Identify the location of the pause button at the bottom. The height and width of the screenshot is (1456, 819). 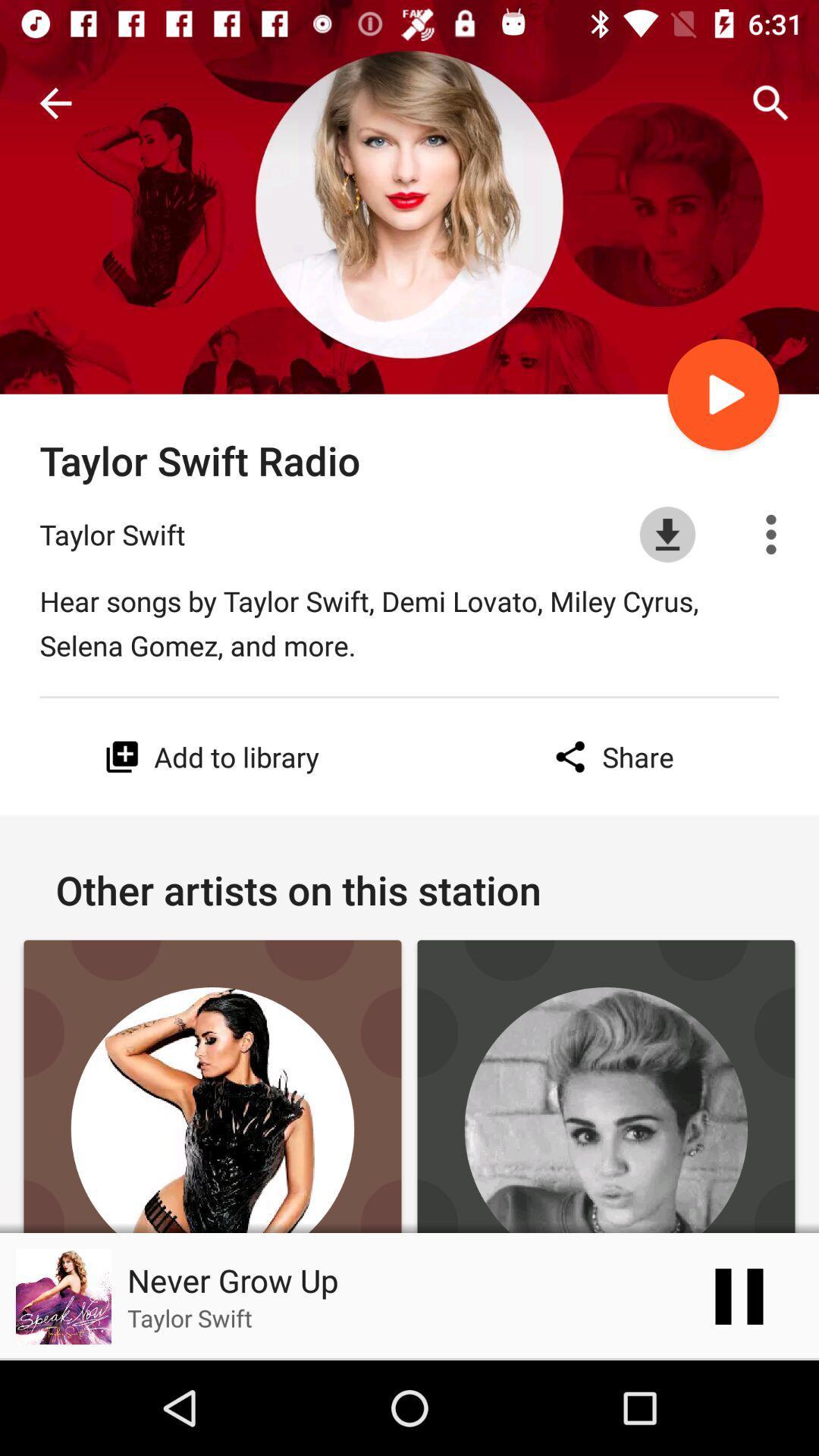
(739, 1295).